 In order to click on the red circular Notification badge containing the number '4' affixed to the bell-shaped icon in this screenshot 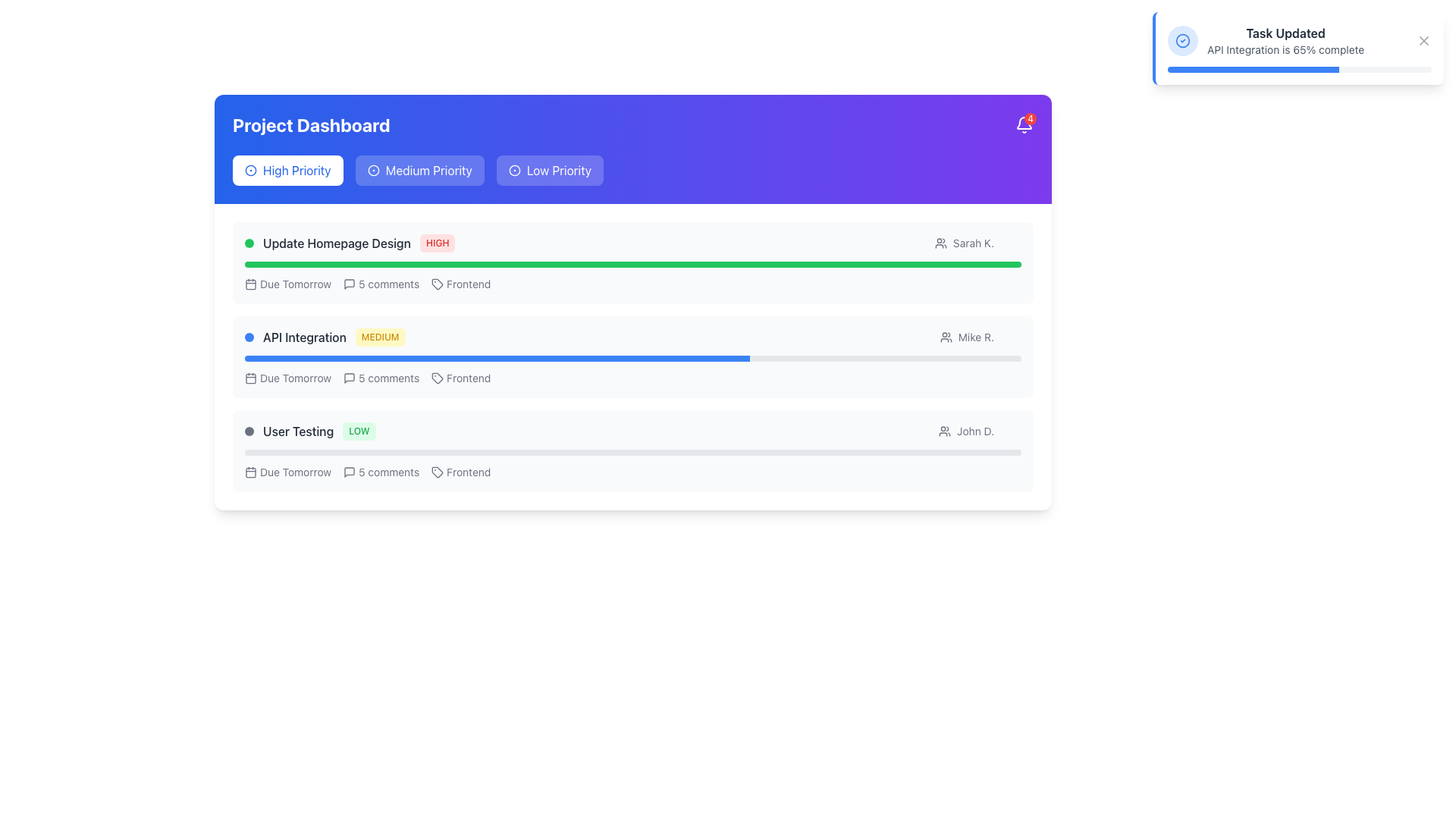, I will do `click(1024, 124)`.